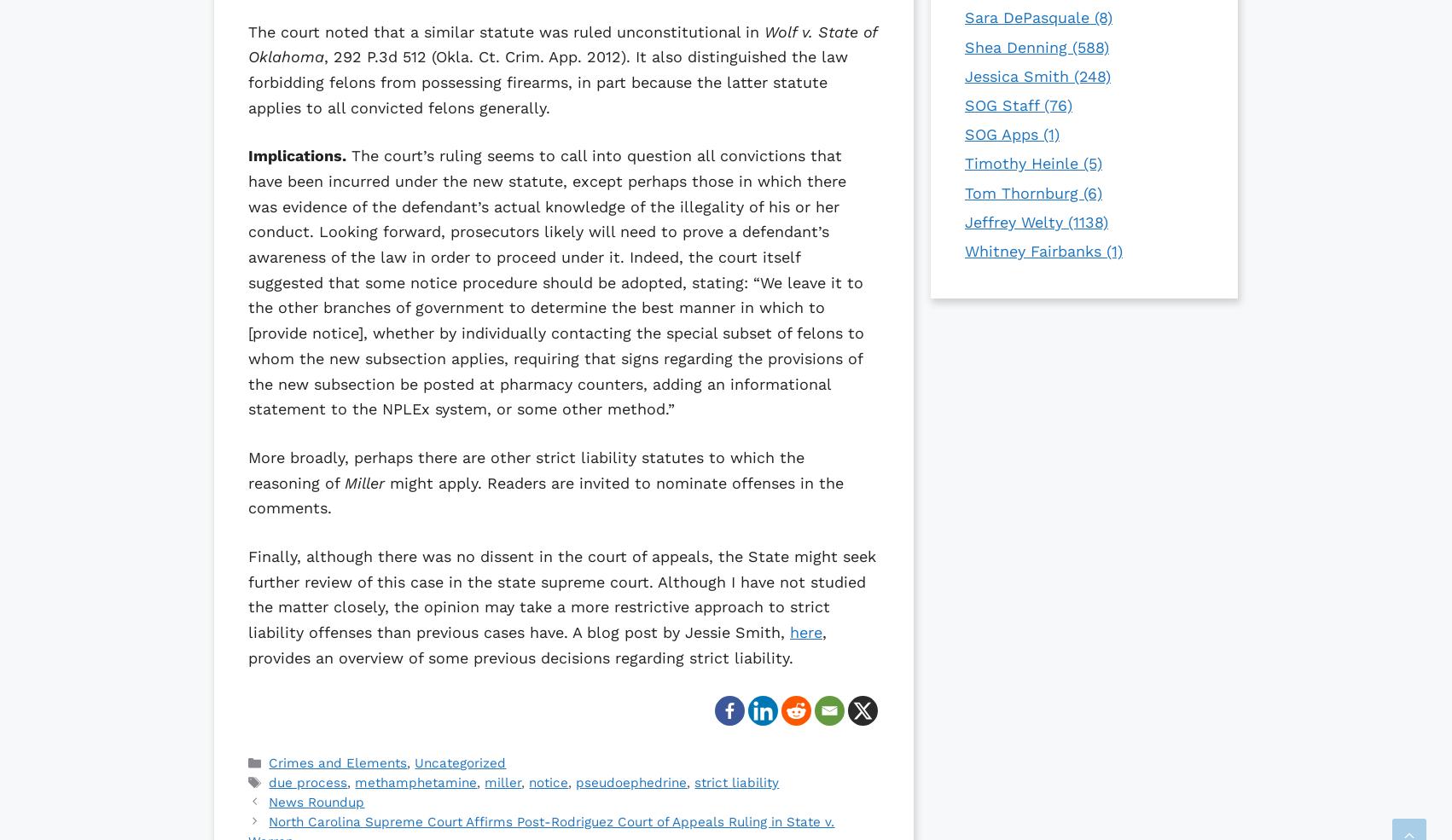  What do you see at coordinates (562, 43) in the screenshot?
I see `'Wolf v. State of Oklahoma'` at bounding box center [562, 43].